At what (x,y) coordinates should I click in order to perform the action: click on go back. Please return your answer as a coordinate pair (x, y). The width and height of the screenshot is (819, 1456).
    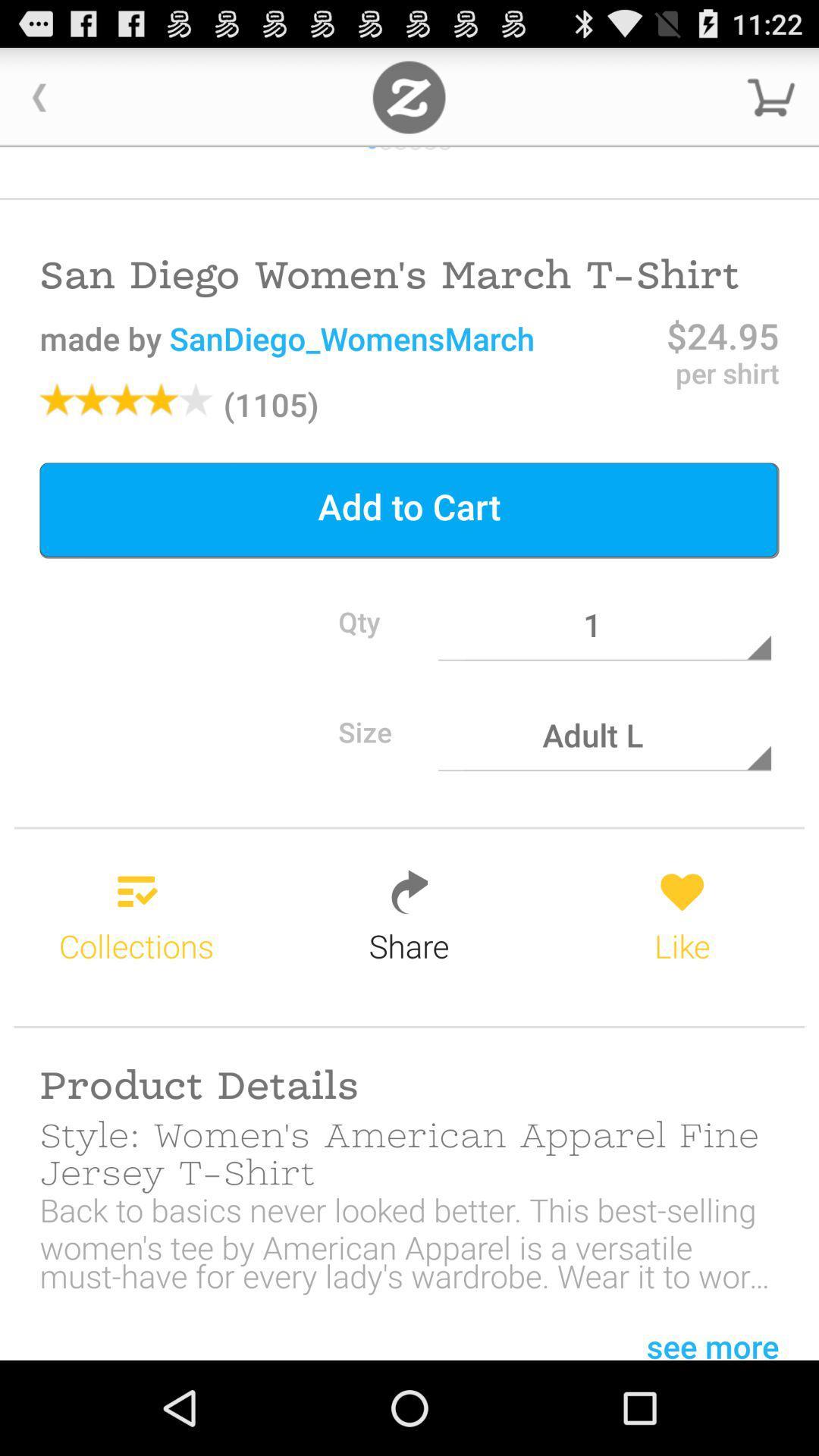
    Looking at the image, I should click on (39, 96).